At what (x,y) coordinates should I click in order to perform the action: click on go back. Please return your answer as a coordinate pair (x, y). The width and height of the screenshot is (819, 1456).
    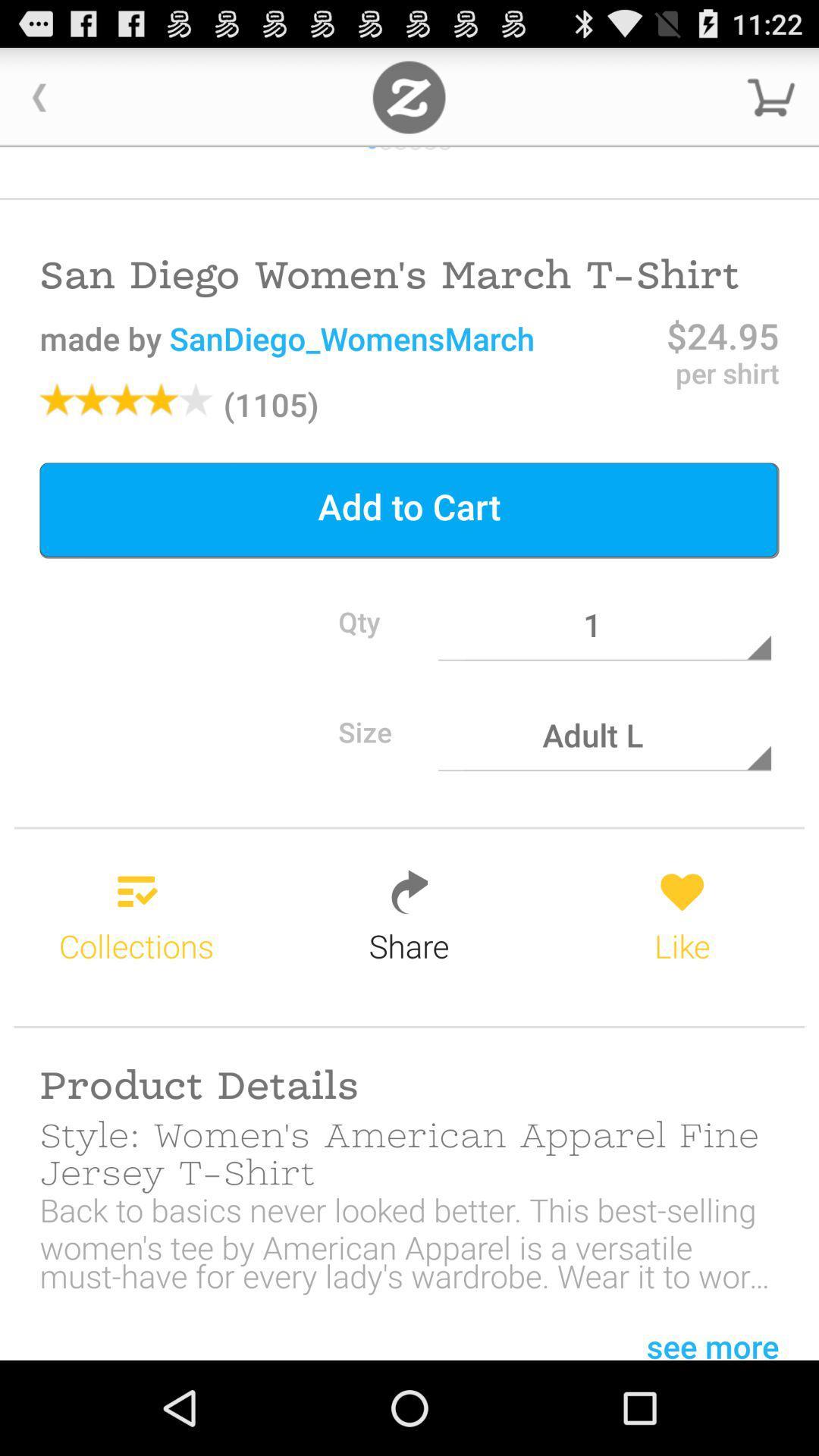
    Looking at the image, I should click on (39, 96).